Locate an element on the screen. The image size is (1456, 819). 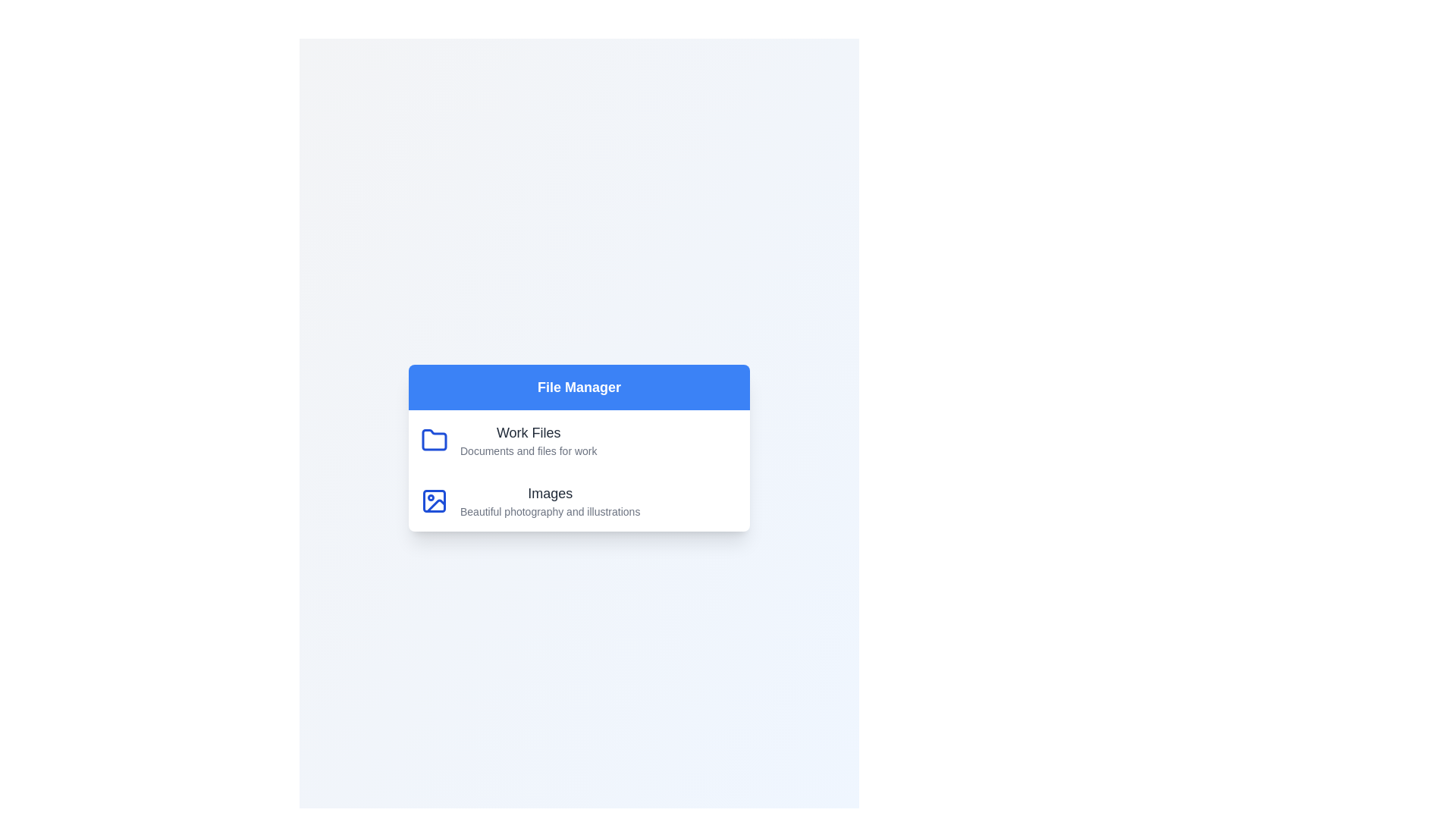
the category item Work Files to highlight it is located at coordinates (578, 441).